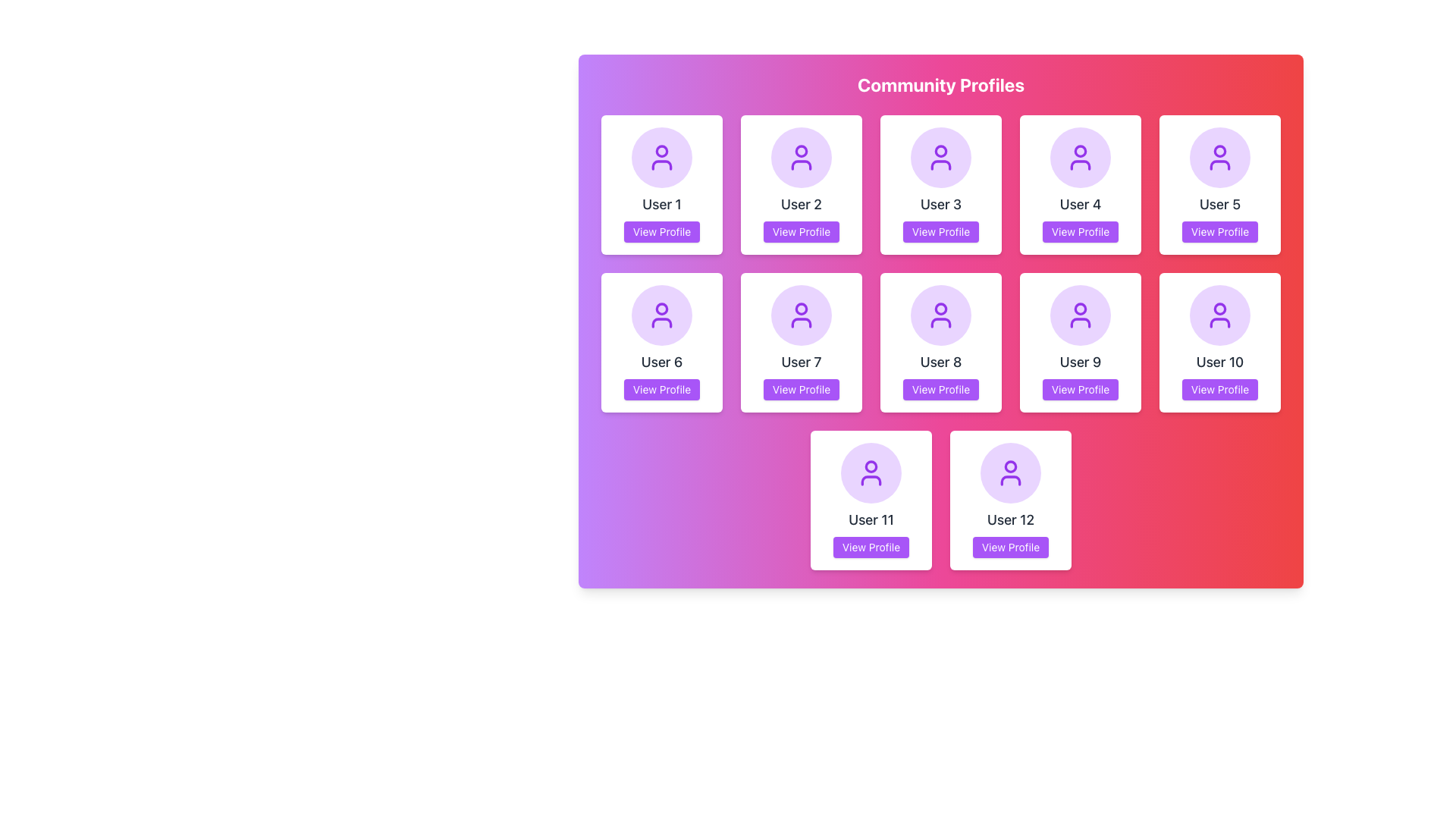  I want to click on the lower segment of the user icon in the 'User 10' card interface, so click(1219, 322).